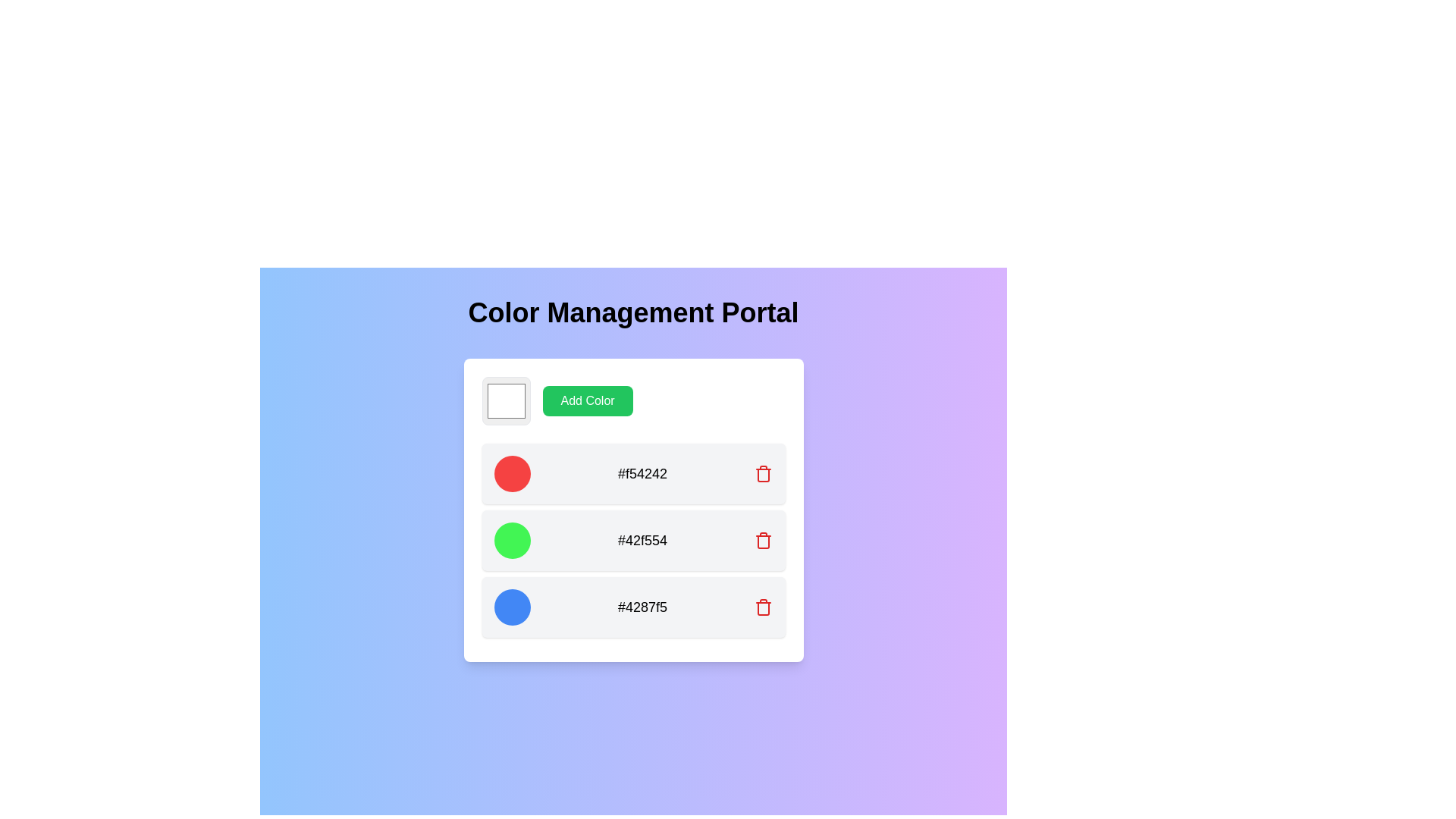 This screenshot has height=819, width=1456. What do you see at coordinates (764, 540) in the screenshot?
I see `the trash can icon in the top-right corner of the card showing the green color swatch '#42f554'` at bounding box center [764, 540].